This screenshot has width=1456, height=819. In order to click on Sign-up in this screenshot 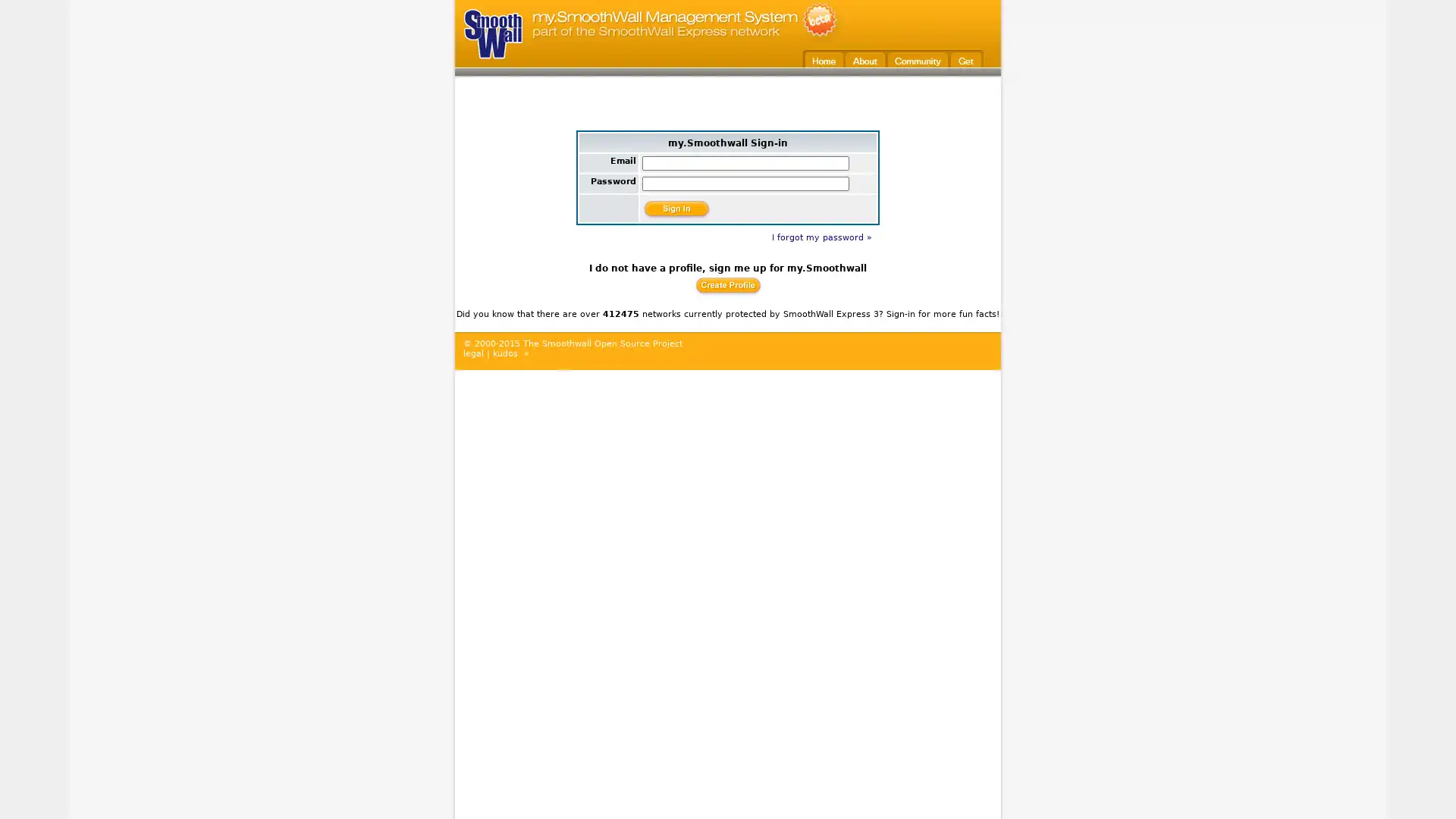, I will do `click(726, 284)`.